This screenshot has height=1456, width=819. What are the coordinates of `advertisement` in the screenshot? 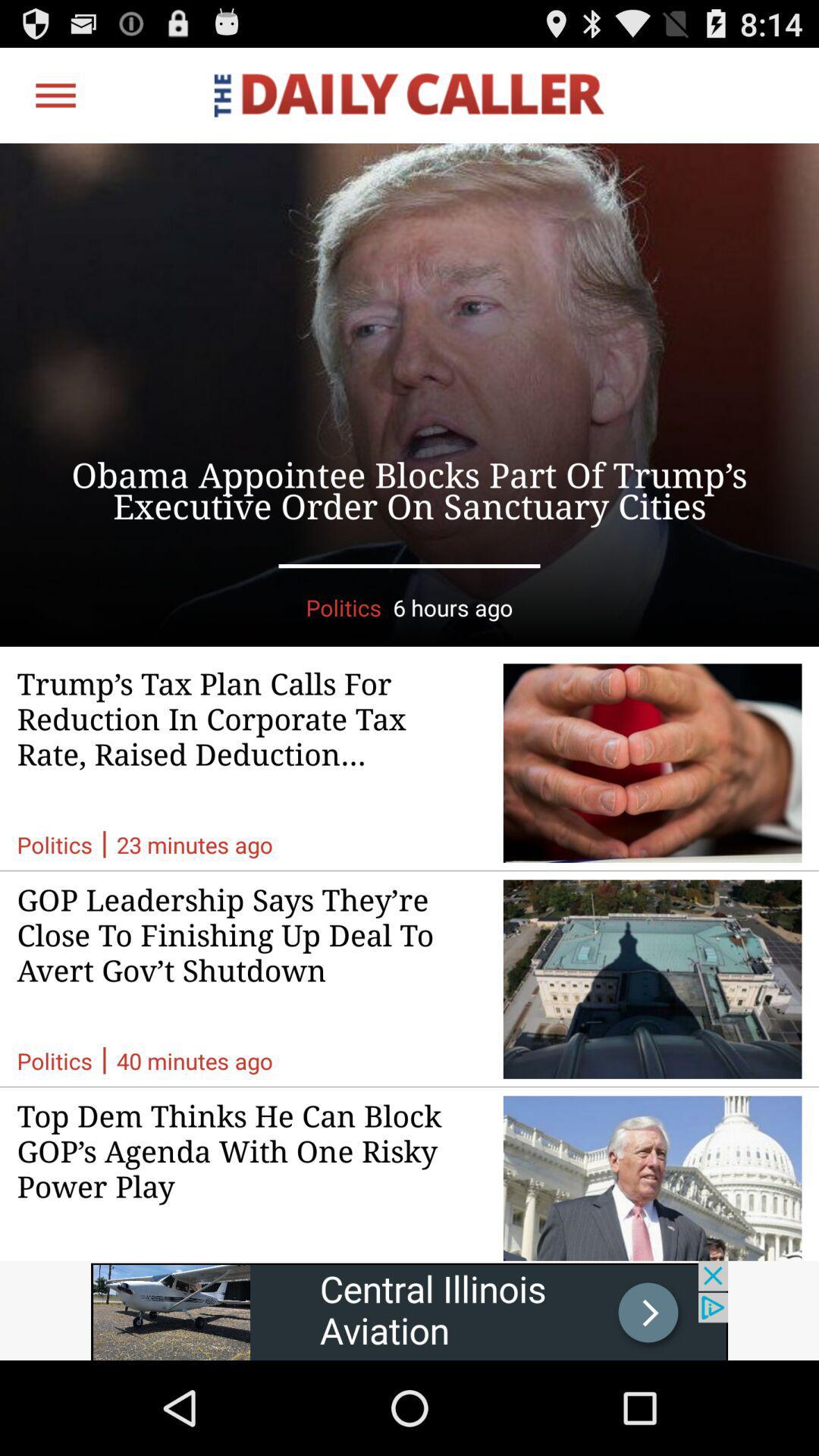 It's located at (409, 394).